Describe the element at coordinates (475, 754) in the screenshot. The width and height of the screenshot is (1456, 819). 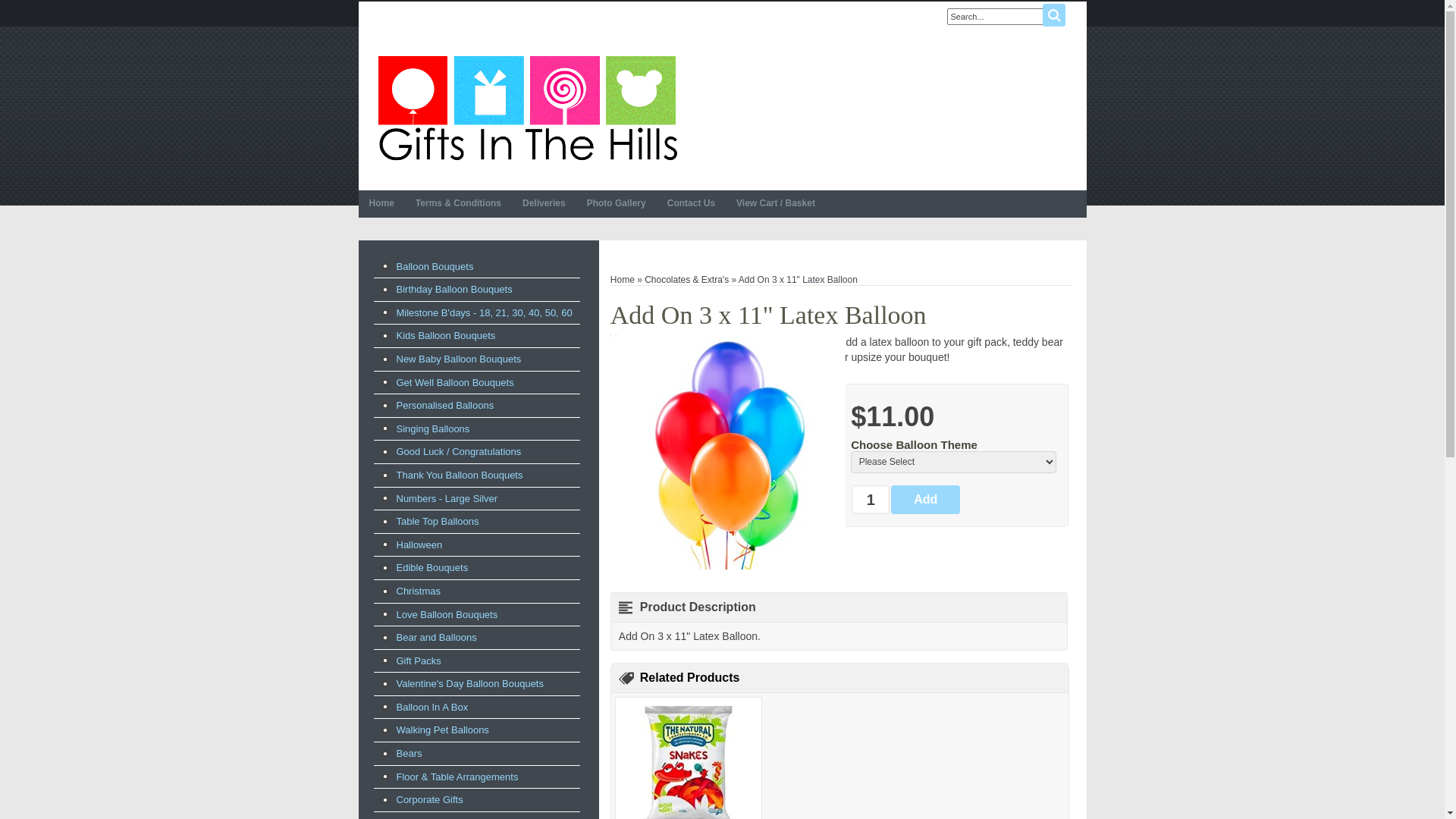
I see `'Bears'` at that location.